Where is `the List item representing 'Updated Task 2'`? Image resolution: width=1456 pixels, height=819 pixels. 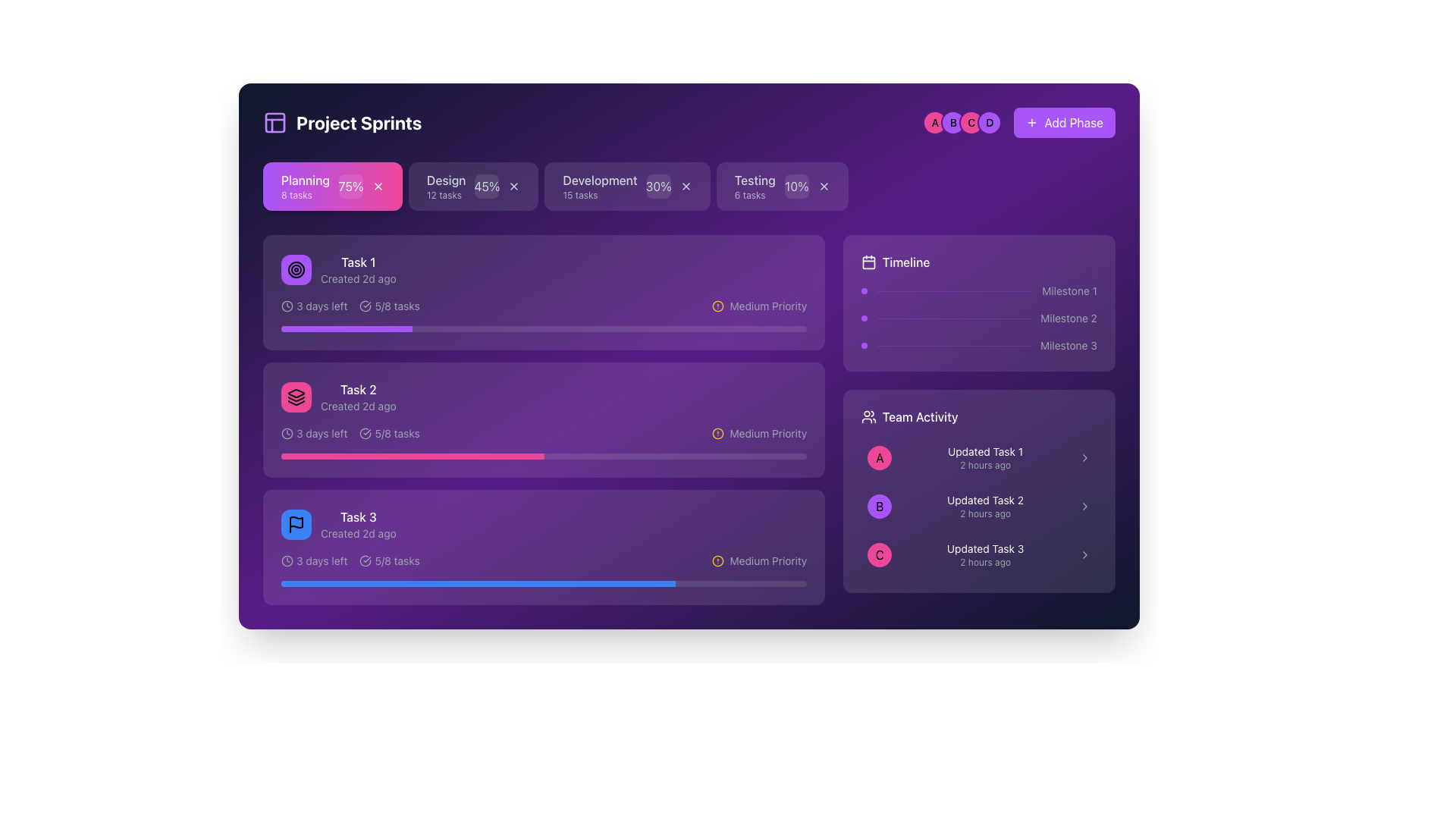 the List item representing 'Updated Task 2' is located at coordinates (979, 506).